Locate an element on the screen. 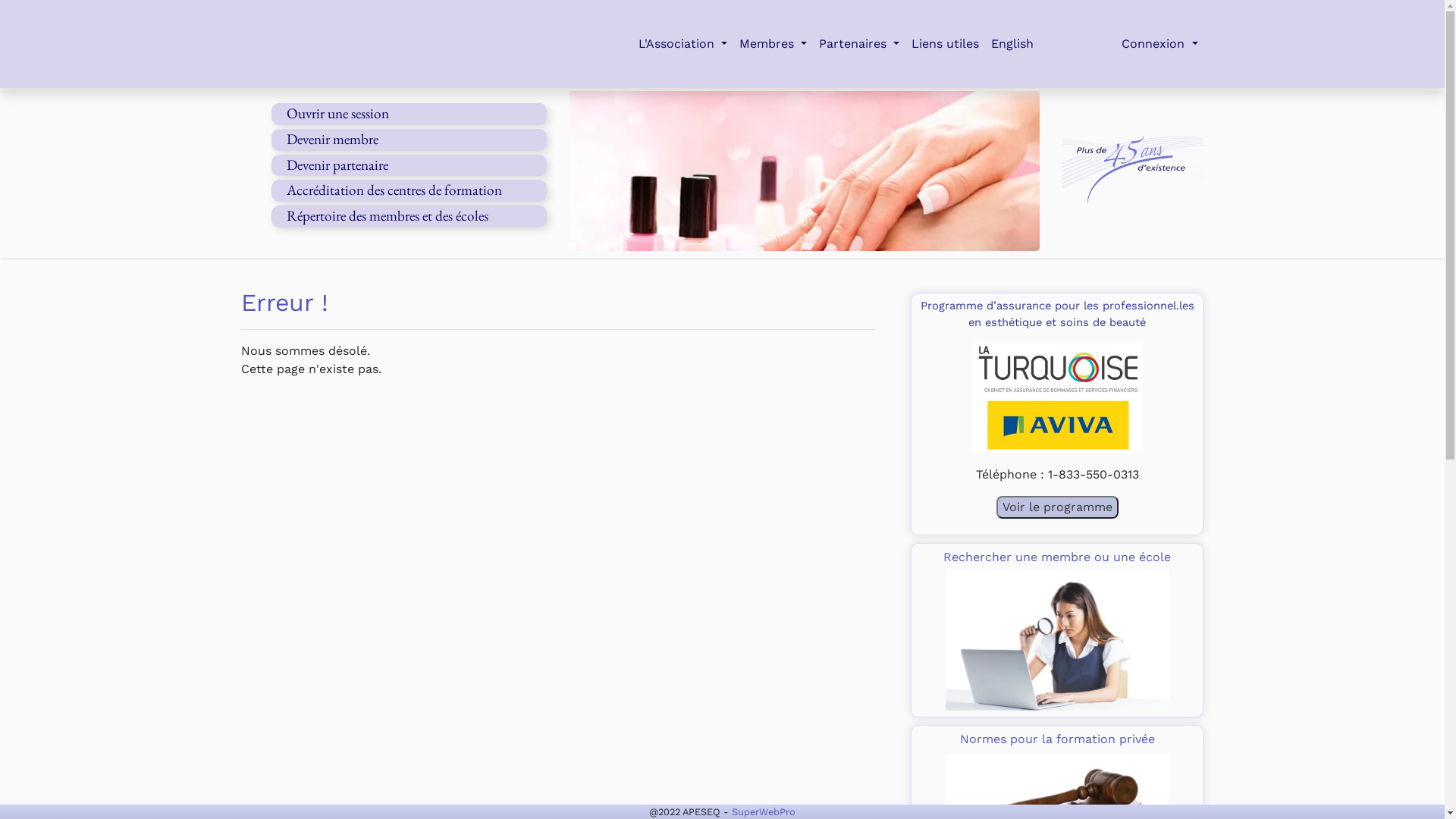 This screenshot has height=819, width=1456. 'SuperWebPro' is located at coordinates (764, 811).